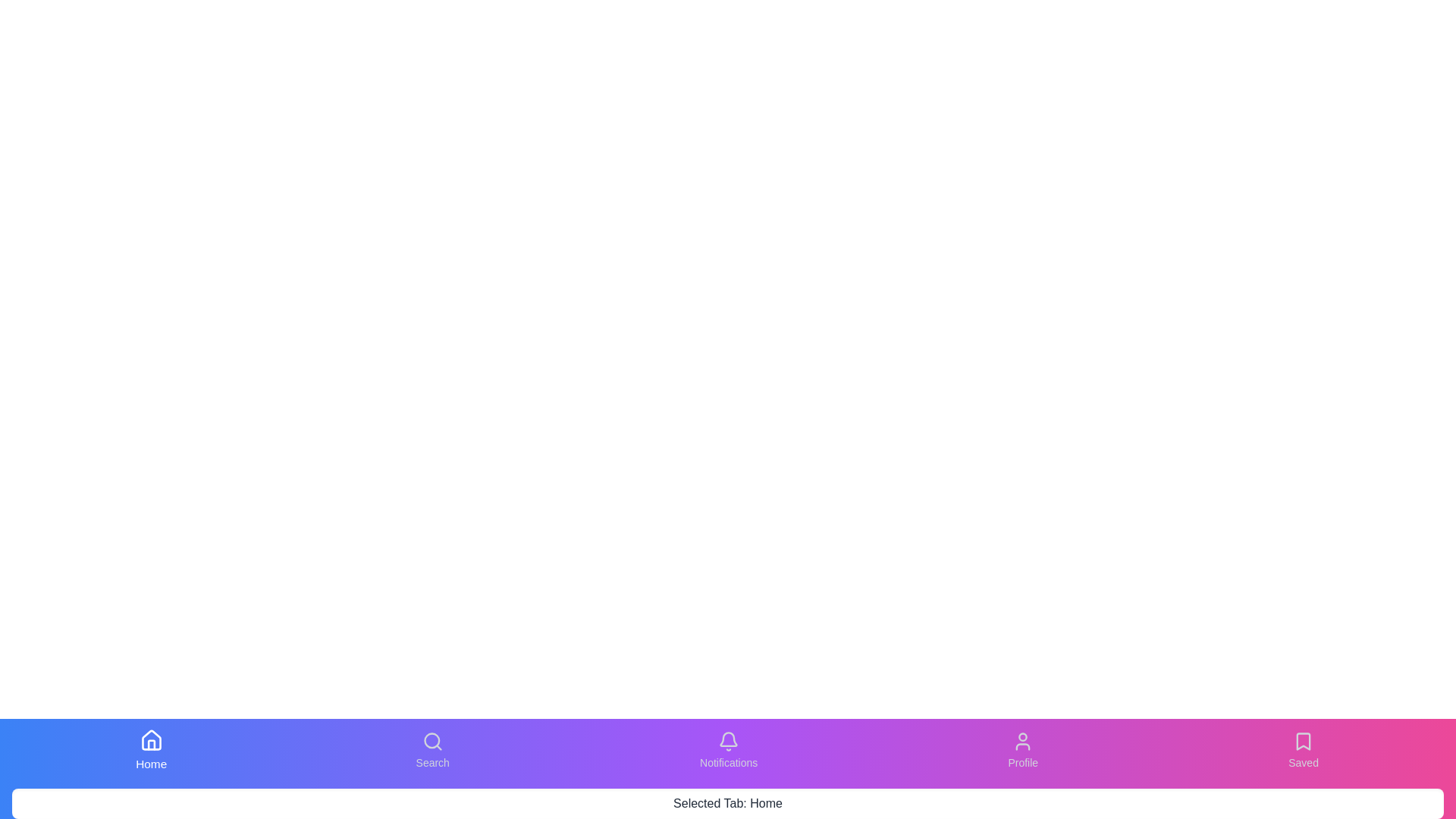 Image resolution: width=1456 pixels, height=819 pixels. What do you see at coordinates (151, 751) in the screenshot?
I see `the tab button labeled Home to switch to its respective content` at bounding box center [151, 751].